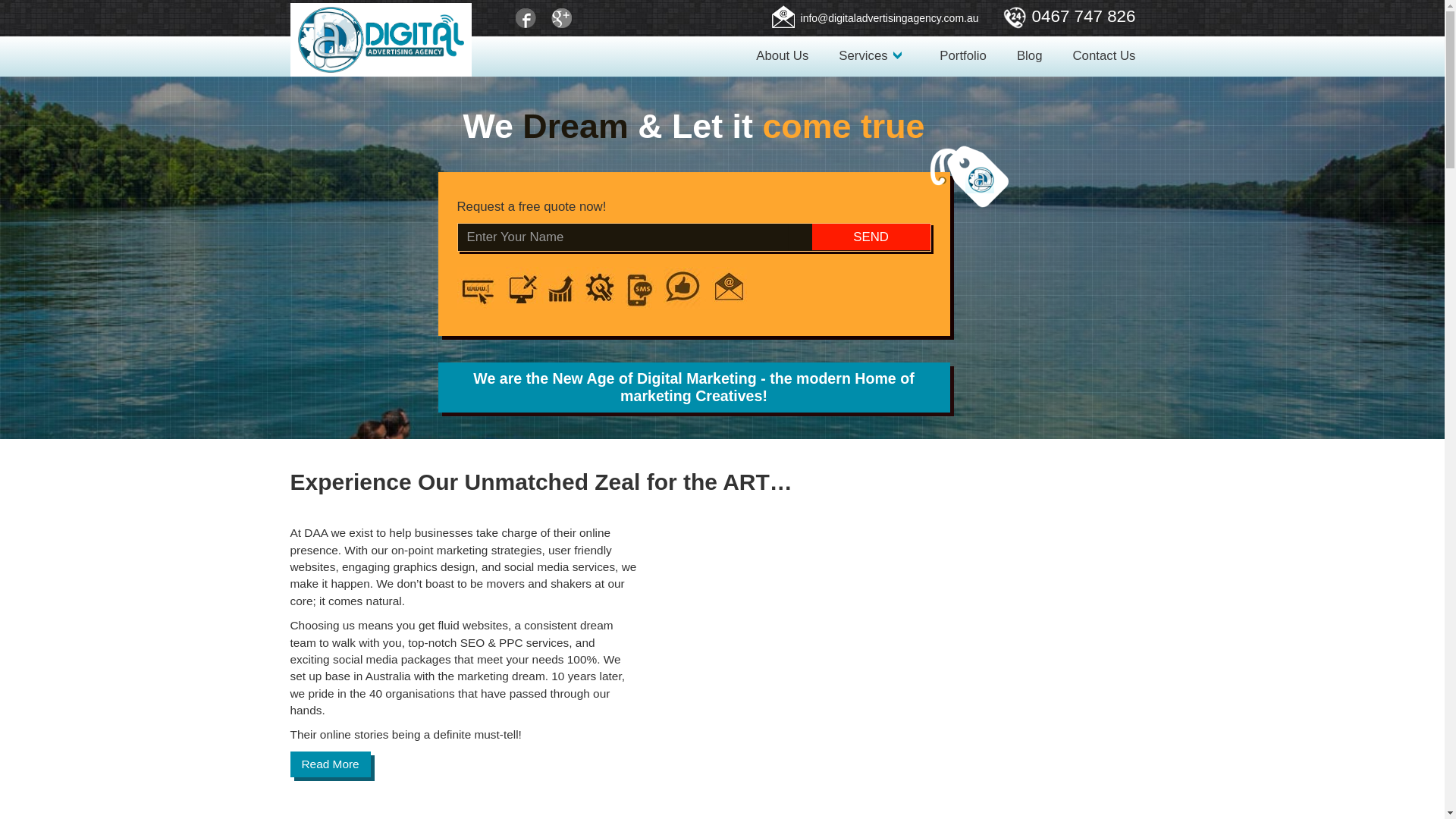 The width and height of the screenshot is (1456, 819). What do you see at coordinates (560, 18) in the screenshot?
I see `'Google+'` at bounding box center [560, 18].